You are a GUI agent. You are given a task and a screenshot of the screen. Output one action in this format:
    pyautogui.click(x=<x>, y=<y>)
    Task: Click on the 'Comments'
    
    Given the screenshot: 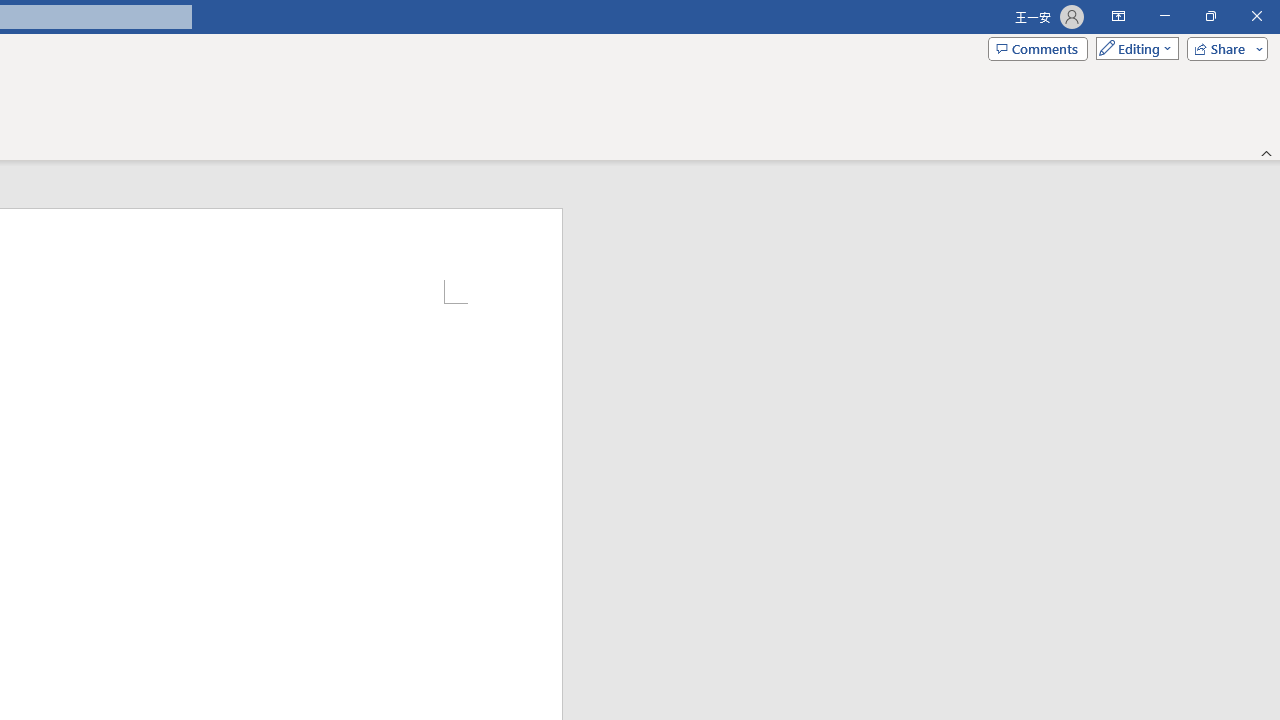 What is the action you would take?
    pyautogui.click(x=1038, y=47)
    